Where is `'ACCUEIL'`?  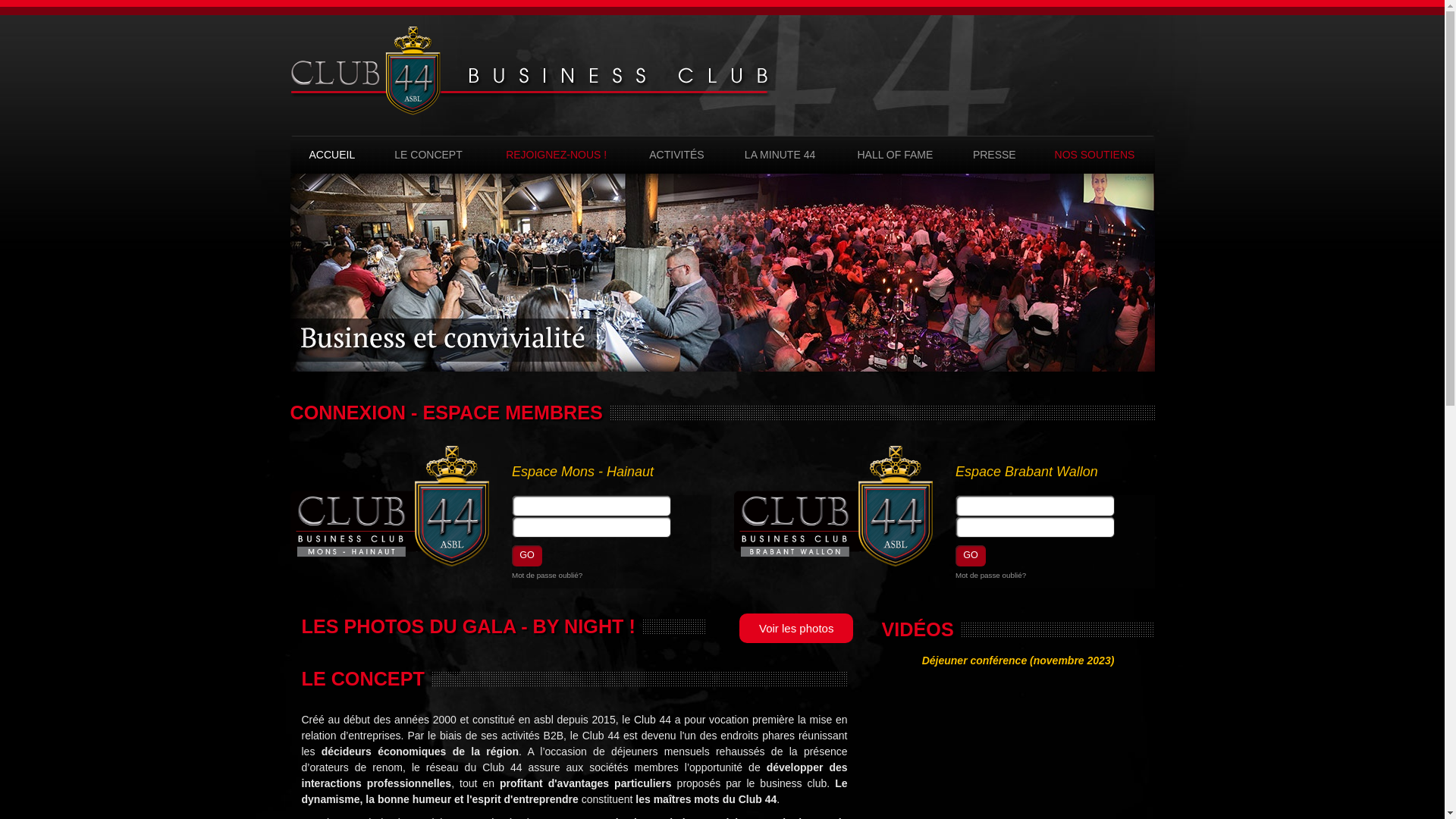
'ACCUEIL' is located at coordinates (331, 155).